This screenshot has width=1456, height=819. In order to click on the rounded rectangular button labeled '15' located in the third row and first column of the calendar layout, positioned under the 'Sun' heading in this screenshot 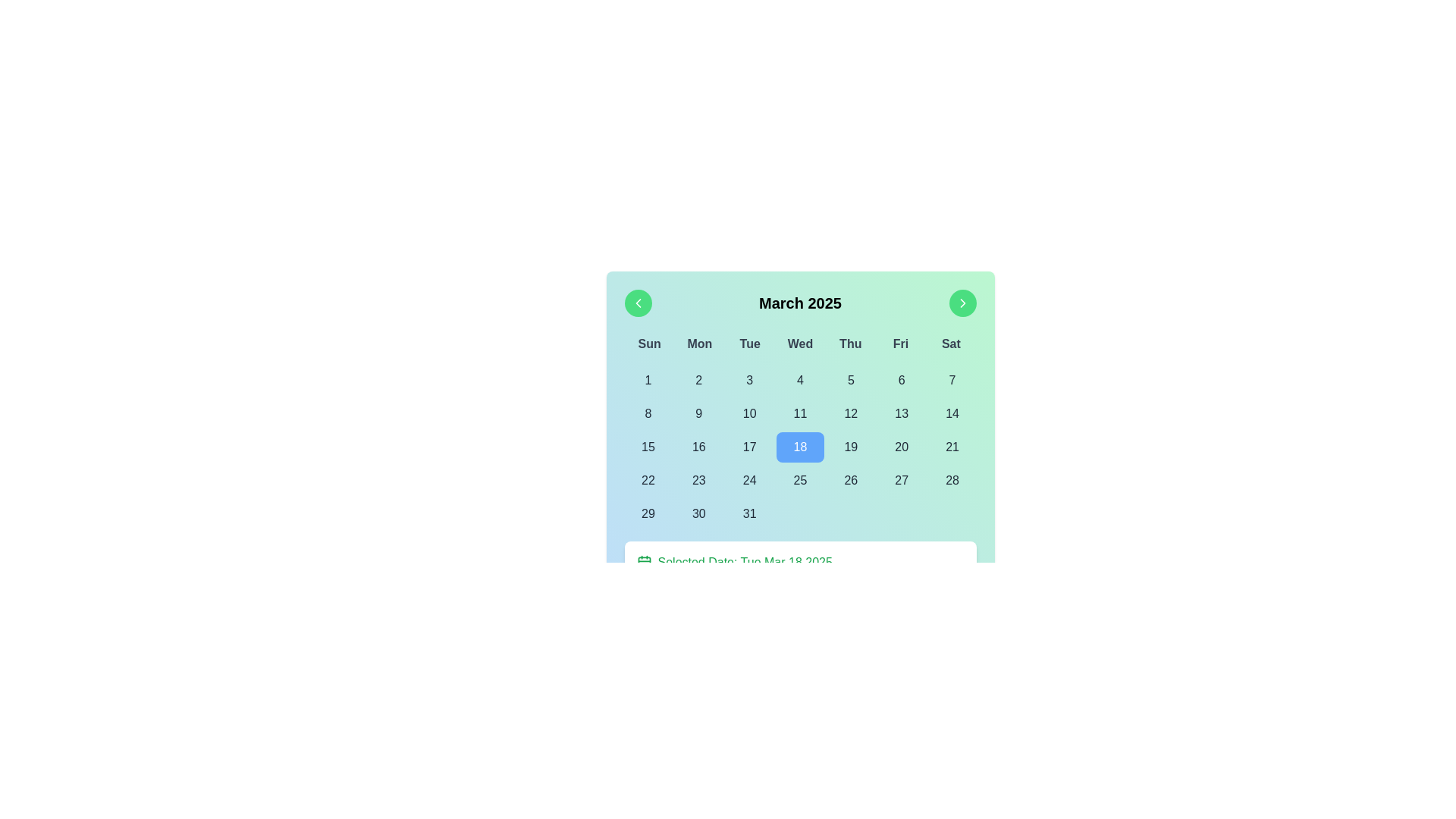, I will do `click(648, 447)`.